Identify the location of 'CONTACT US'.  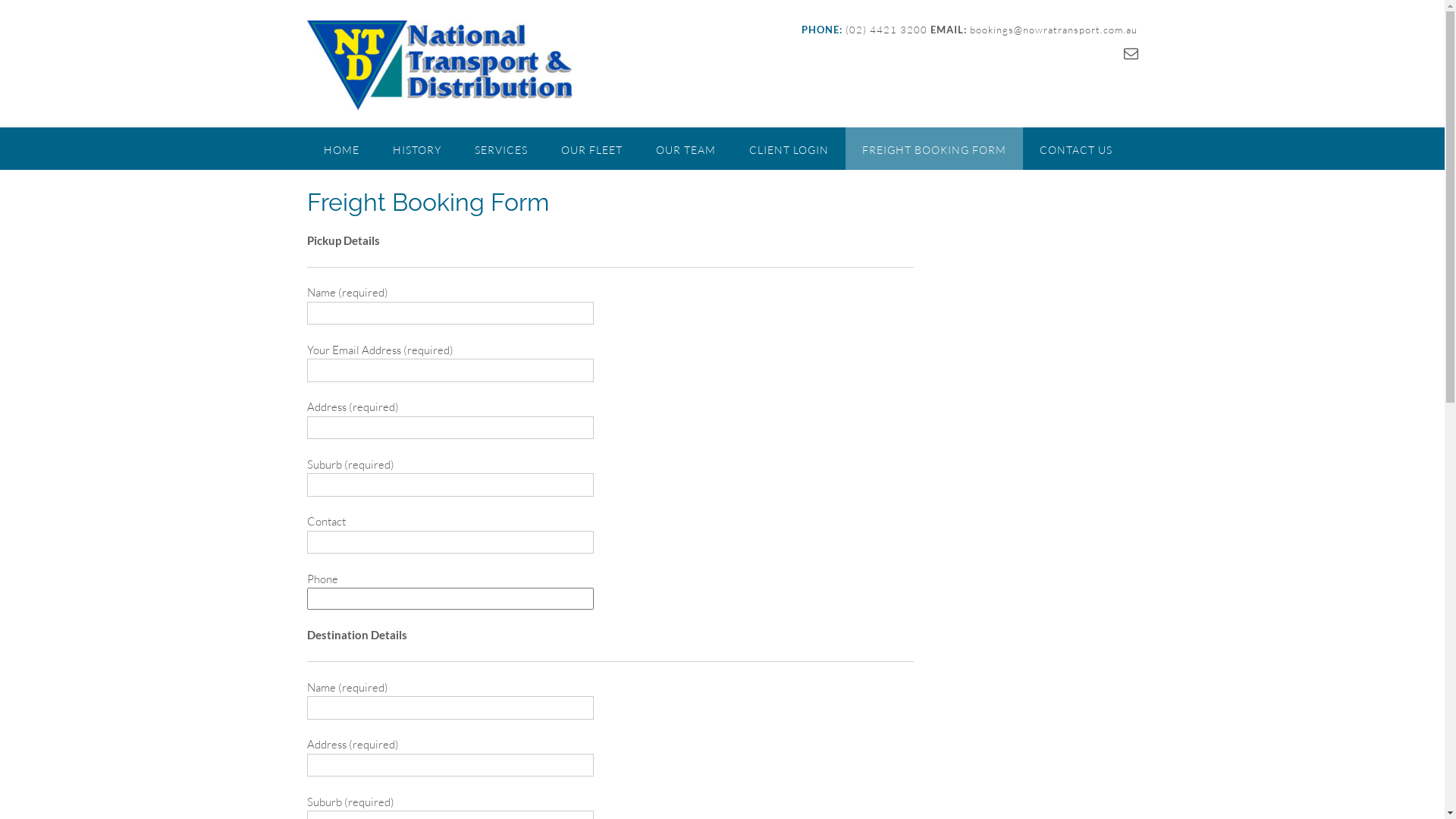
(1074, 149).